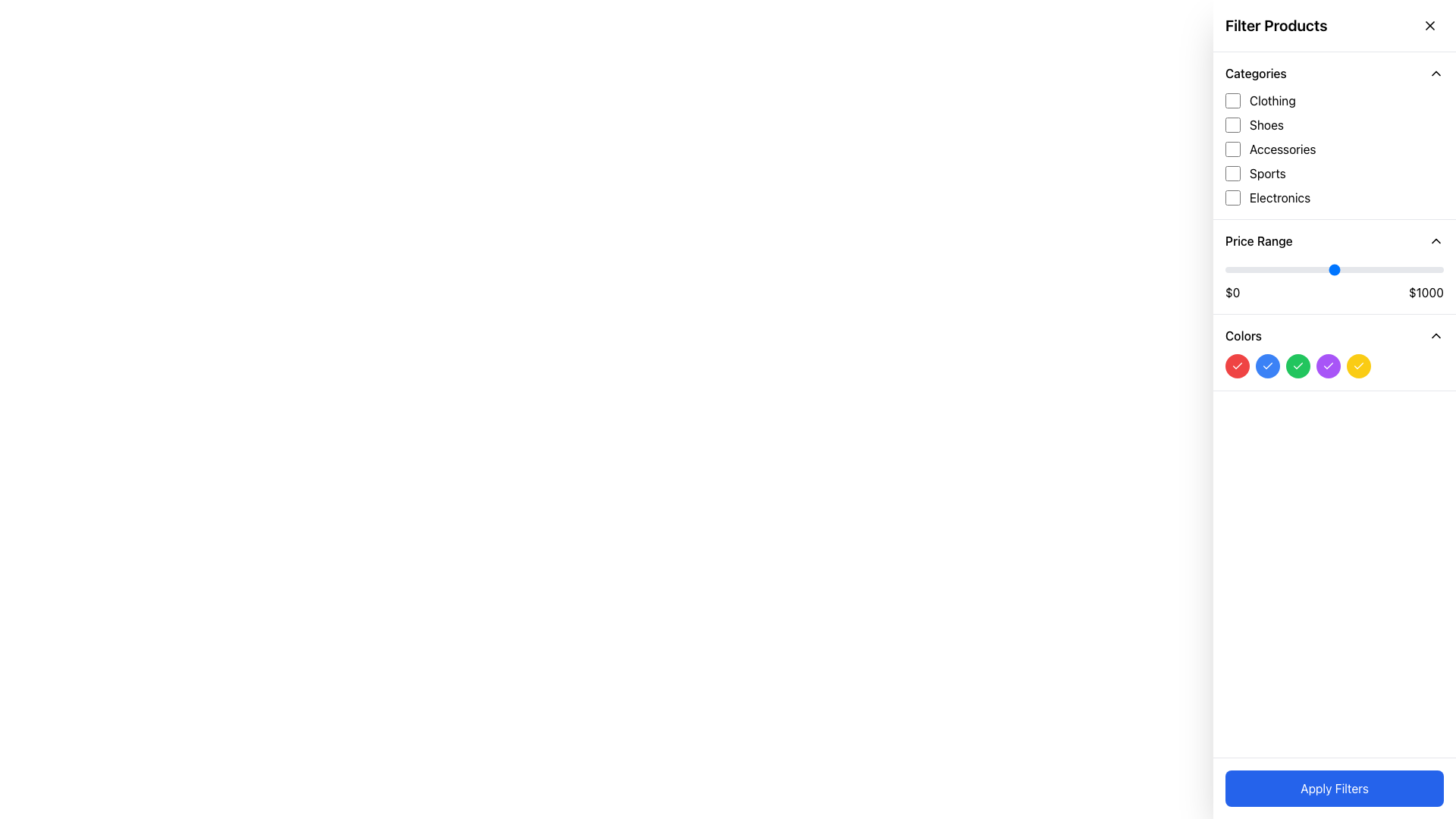 The image size is (1456, 819). I want to click on the Interactive color option group composed of buttons for color selection, located beneath the 'Colors' section header in the right-hand side filter panel, so click(1335, 366).